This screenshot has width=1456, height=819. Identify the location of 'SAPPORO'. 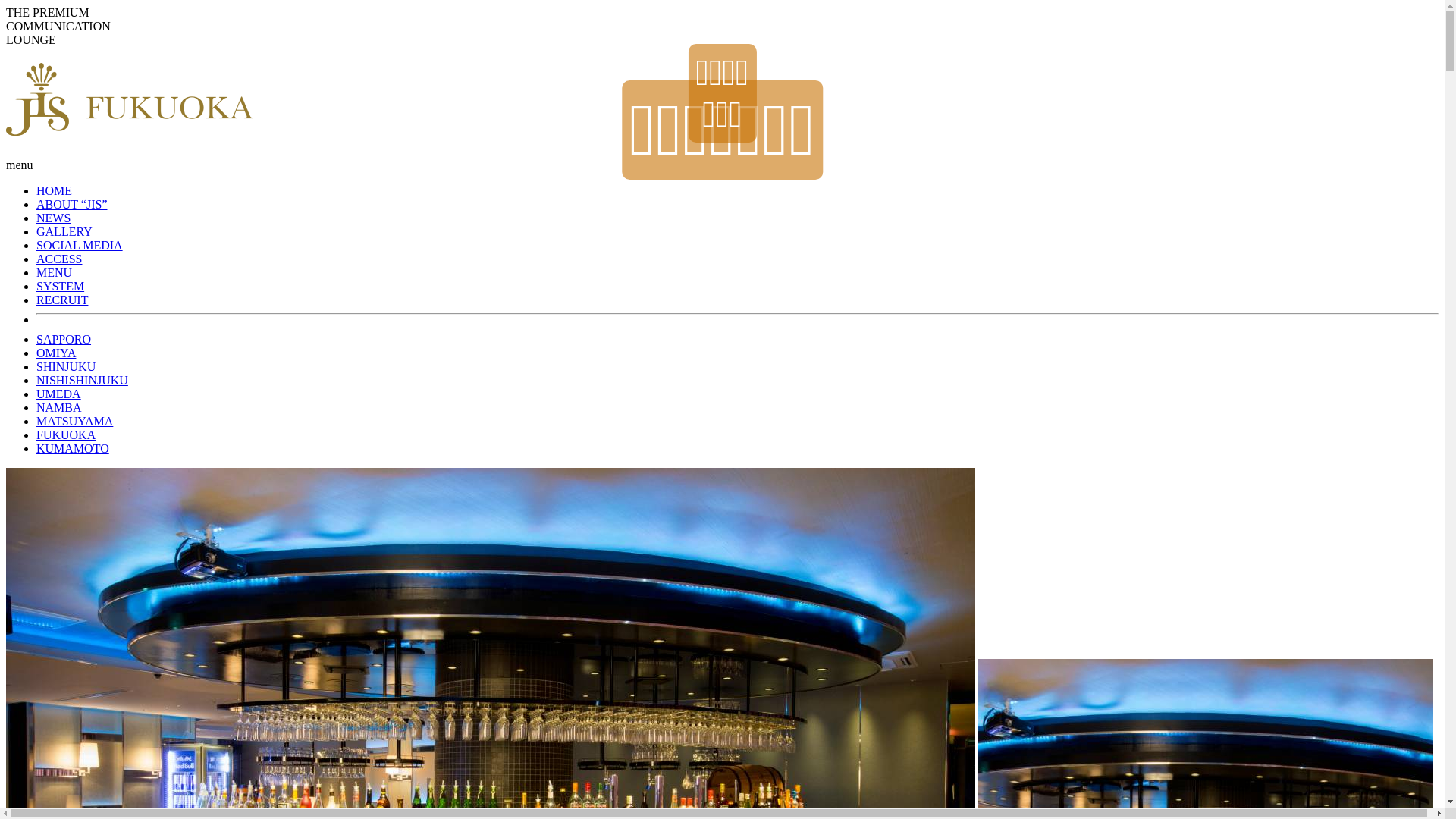
(62, 338).